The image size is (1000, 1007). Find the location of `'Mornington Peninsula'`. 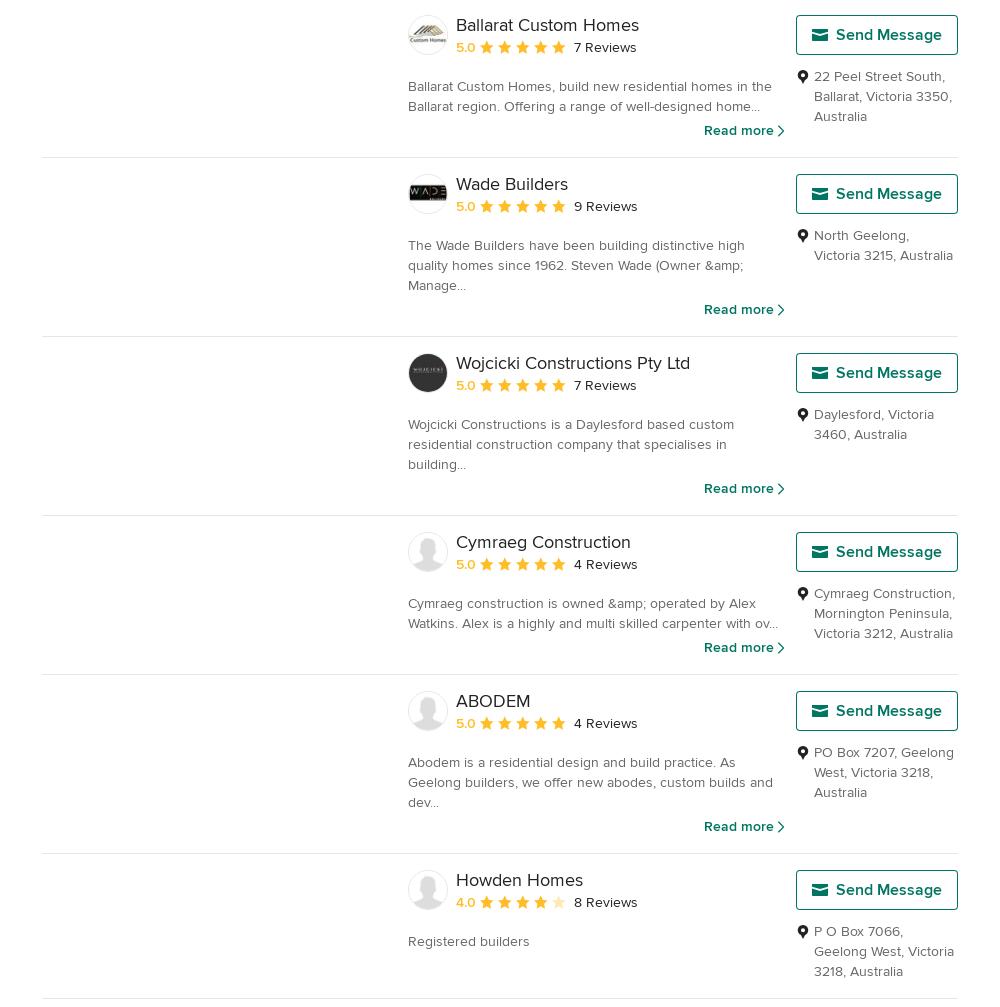

'Mornington Peninsula' is located at coordinates (881, 612).